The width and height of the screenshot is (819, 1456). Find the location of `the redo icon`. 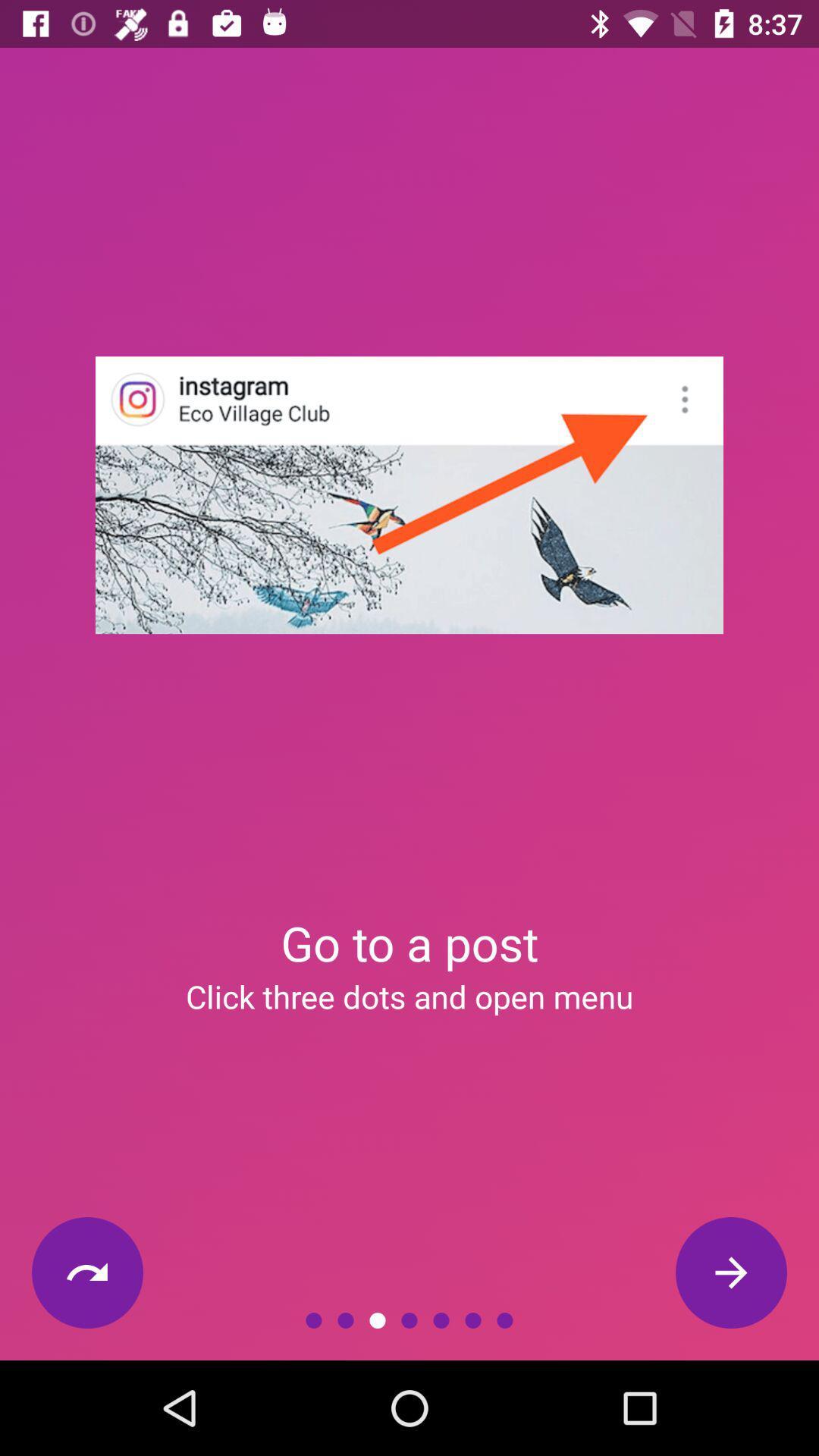

the redo icon is located at coordinates (87, 1272).